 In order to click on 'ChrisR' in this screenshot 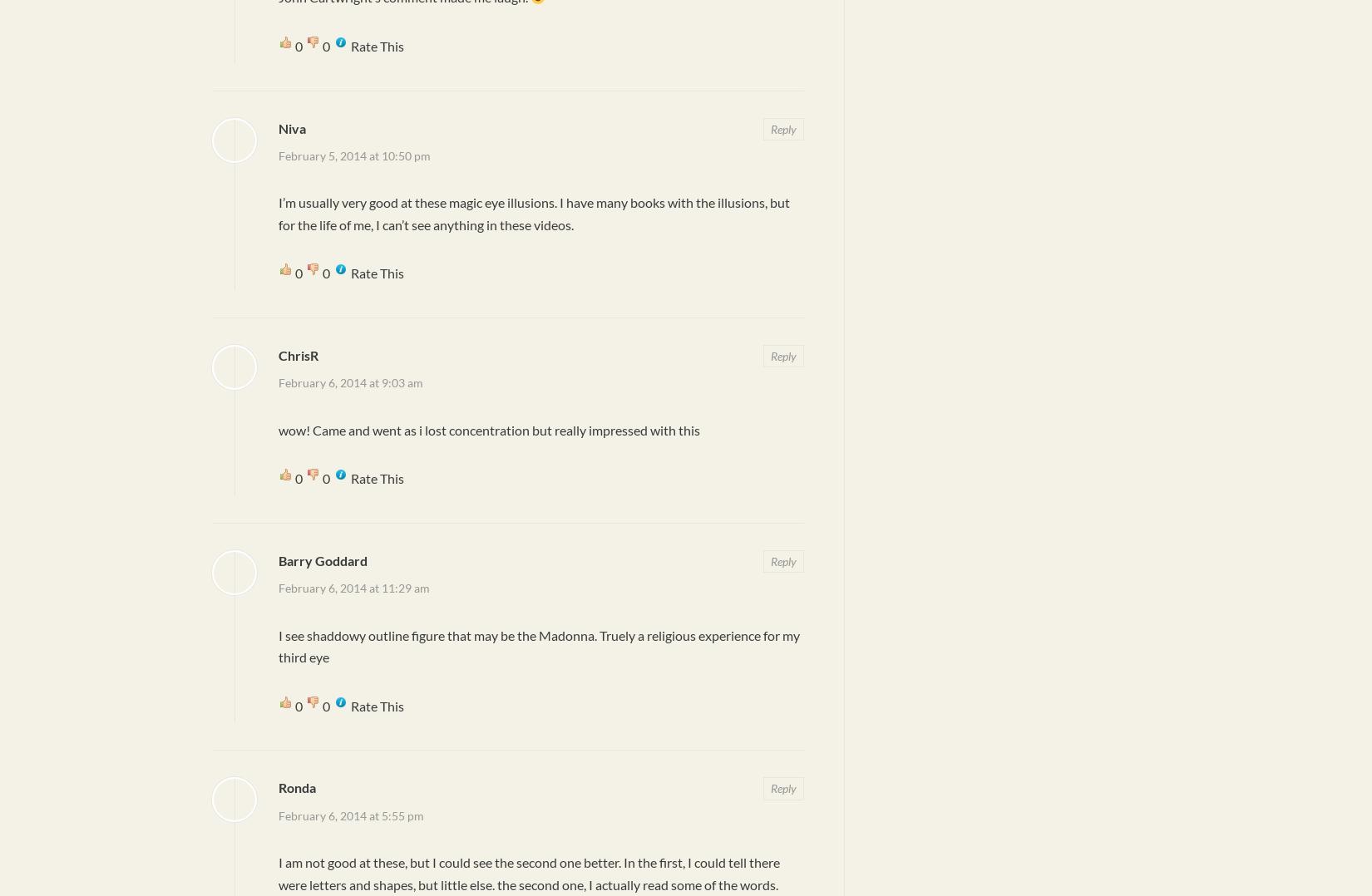, I will do `click(299, 354)`.